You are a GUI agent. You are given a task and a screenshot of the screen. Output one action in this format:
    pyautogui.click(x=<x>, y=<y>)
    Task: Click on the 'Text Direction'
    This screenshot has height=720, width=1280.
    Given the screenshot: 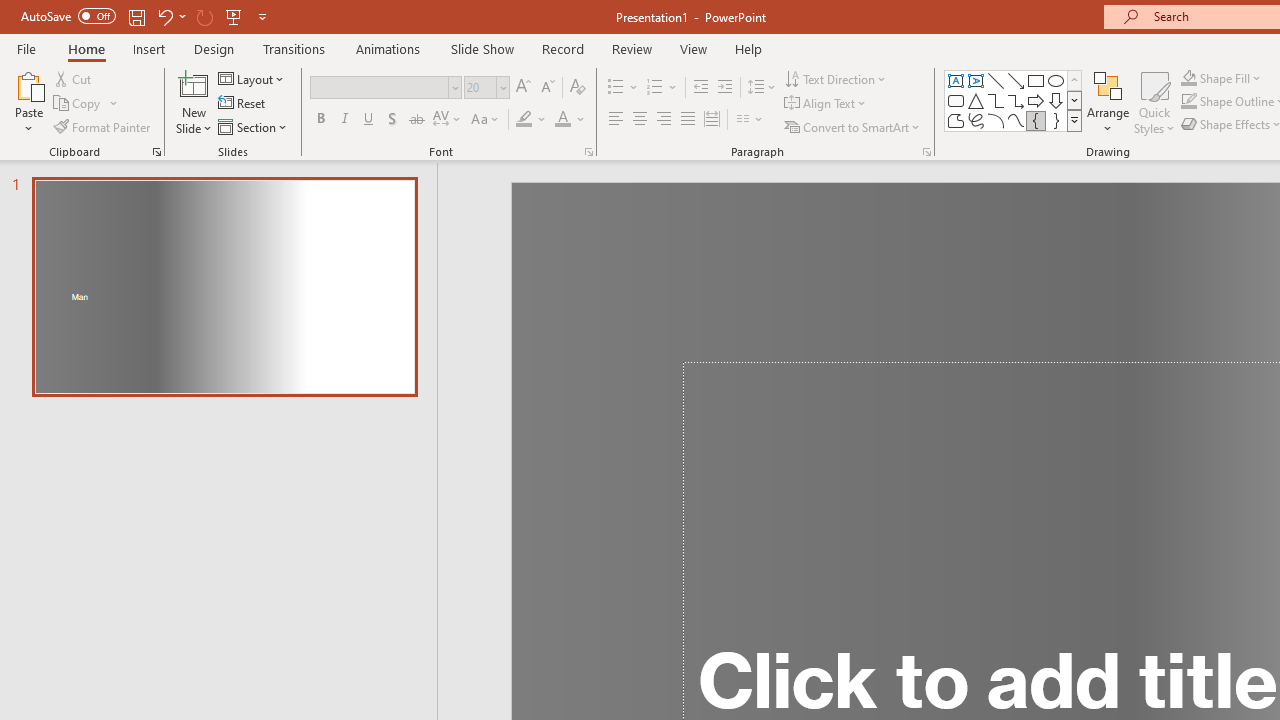 What is the action you would take?
    pyautogui.click(x=837, y=78)
    